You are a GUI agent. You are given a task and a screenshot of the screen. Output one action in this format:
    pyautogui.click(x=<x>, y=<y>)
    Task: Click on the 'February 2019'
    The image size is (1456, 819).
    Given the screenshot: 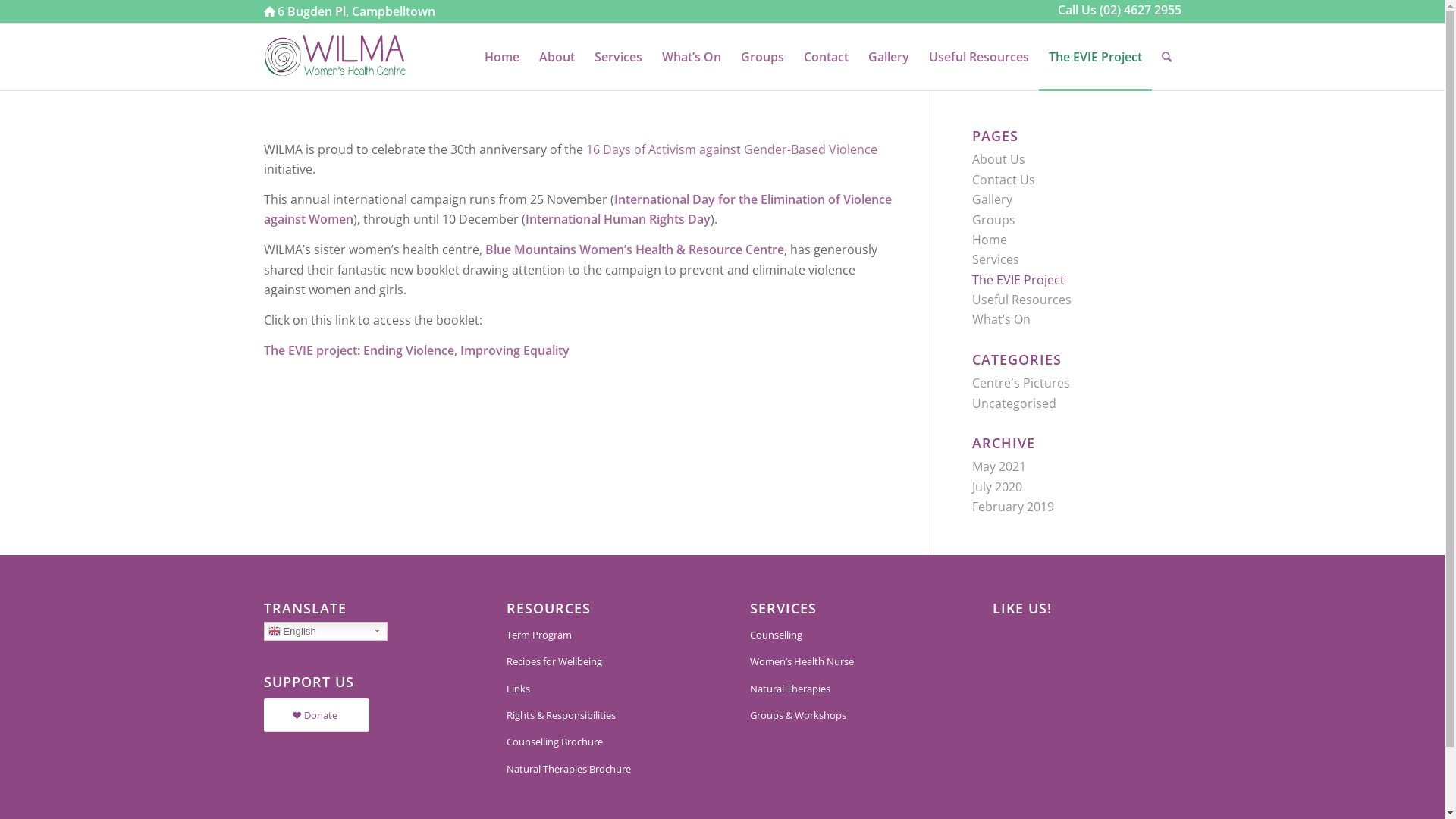 What is the action you would take?
    pyautogui.click(x=1012, y=506)
    